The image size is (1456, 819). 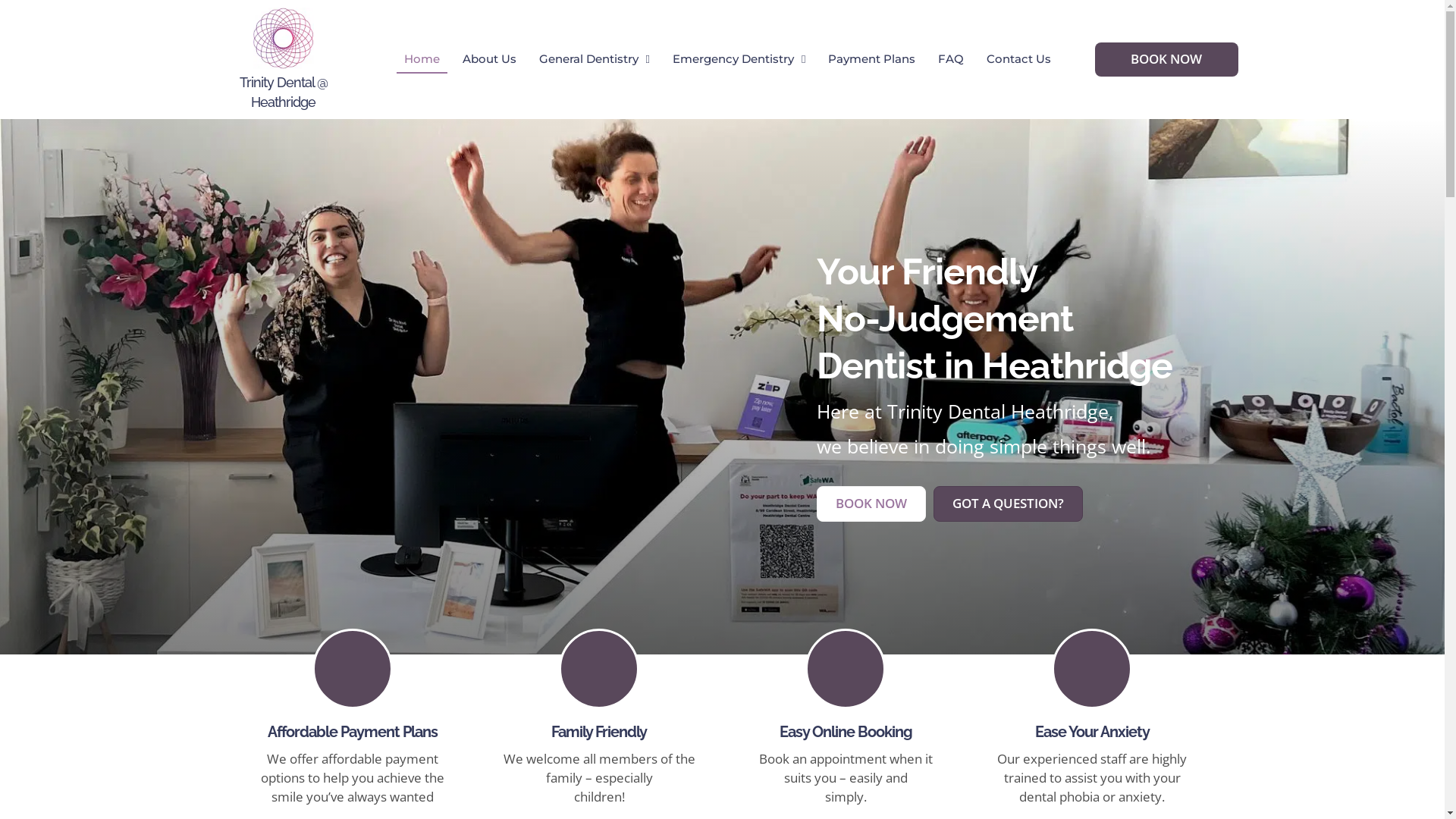 What do you see at coordinates (454, 58) in the screenshot?
I see `'About Us'` at bounding box center [454, 58].